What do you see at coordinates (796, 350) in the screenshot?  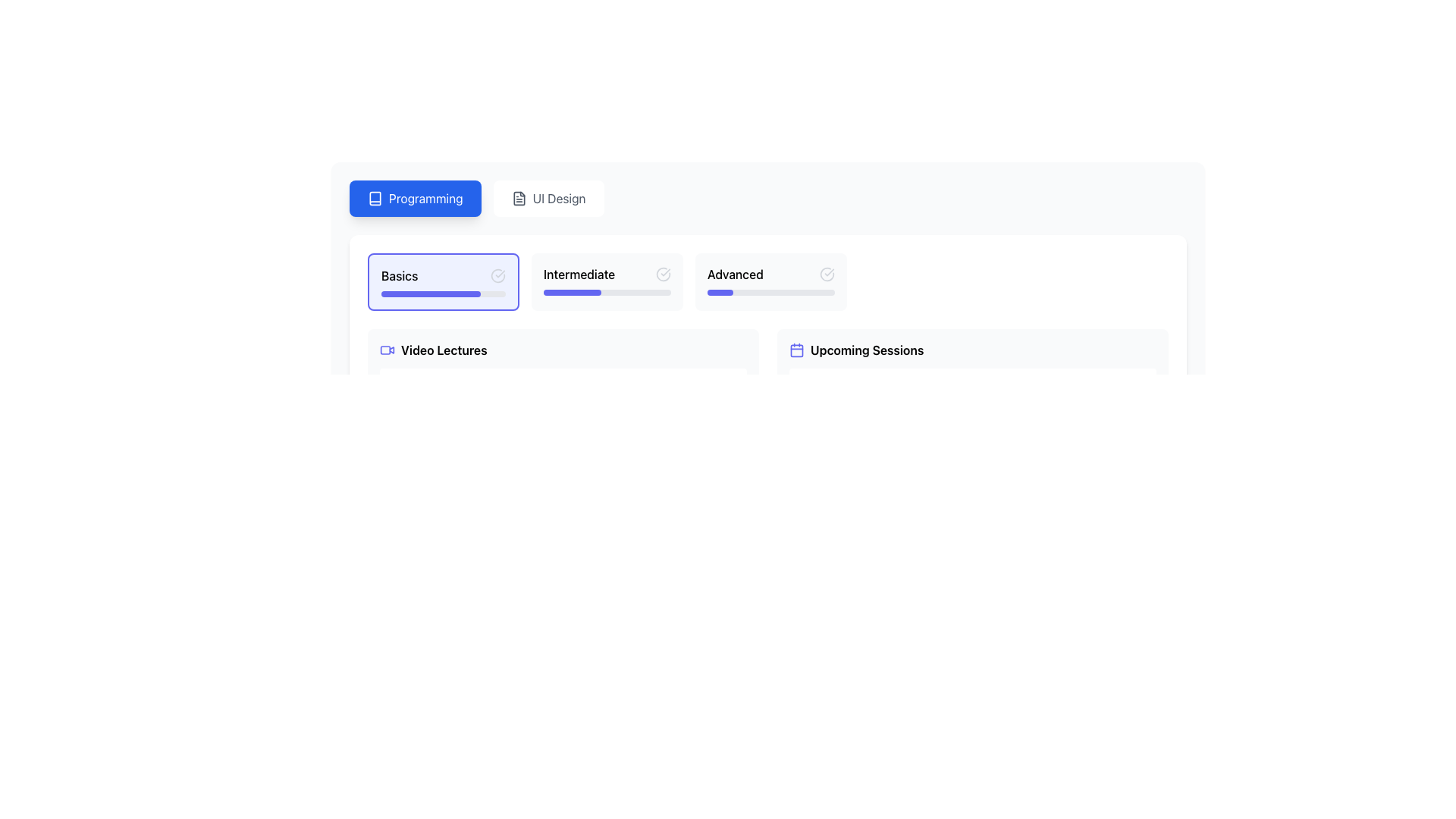 I see `the SVG rectangle within the 'calendar' icon to open the linked feature associated with 'Upcoming Sessions'` at bounding box center [796, 350].